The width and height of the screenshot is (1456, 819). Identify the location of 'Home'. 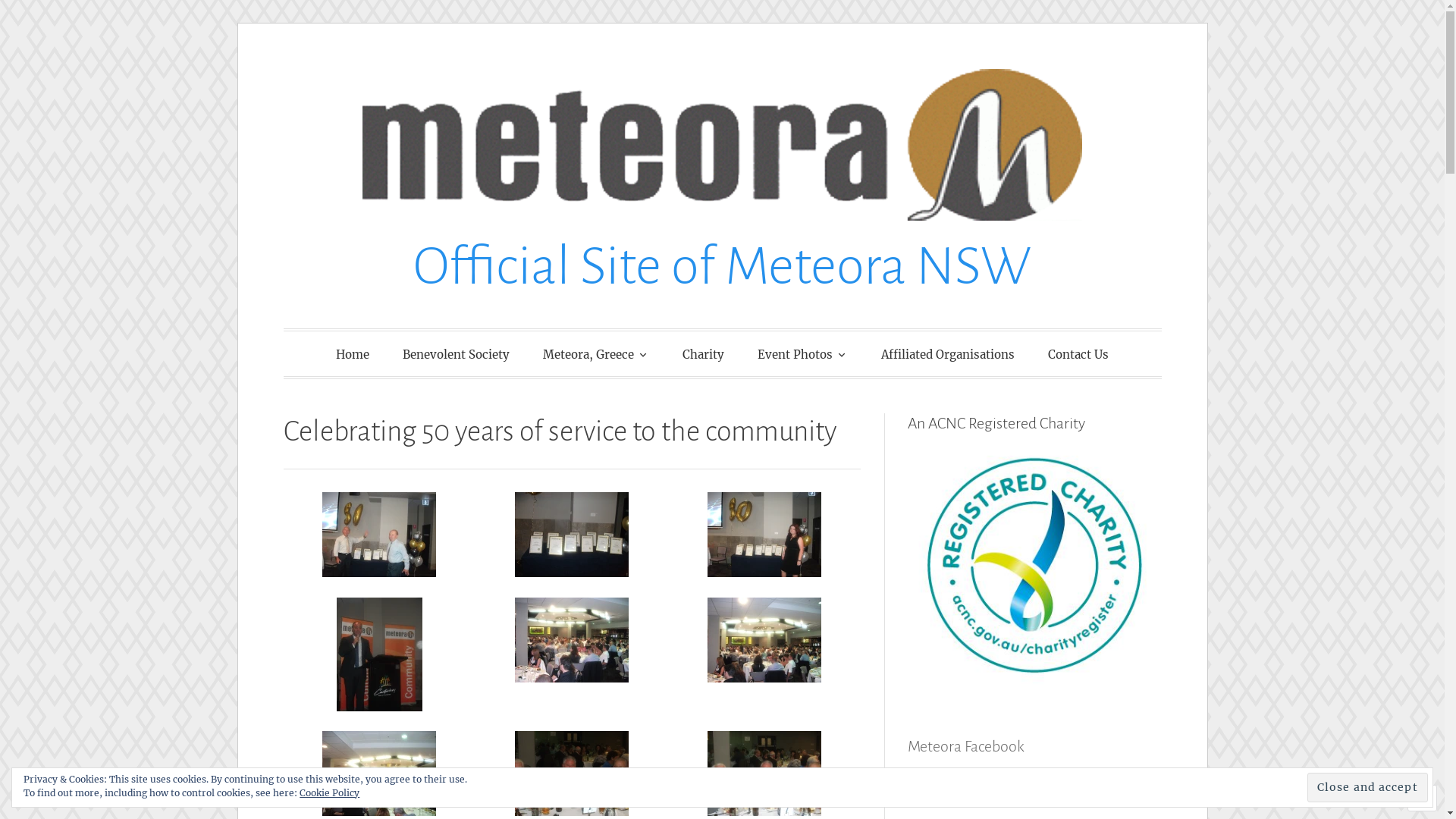
(352, 354).